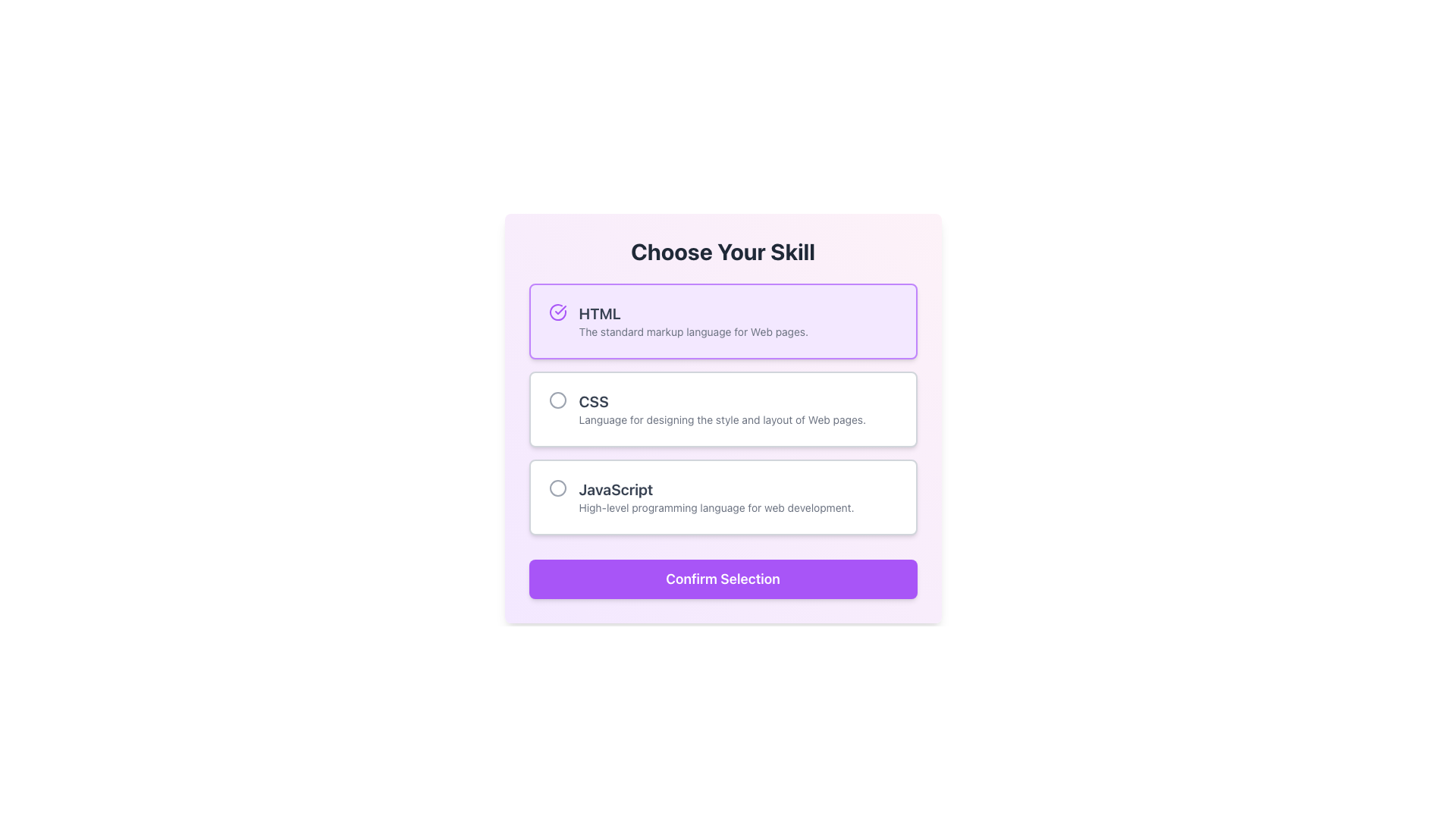 The width and height of the screenshot is (1456, 819). I want to click on the text label that reads 'High-level programming language for web development.' located directly underneath the 'JavaScript' header in the corresponding selection card, so click(716, 508).